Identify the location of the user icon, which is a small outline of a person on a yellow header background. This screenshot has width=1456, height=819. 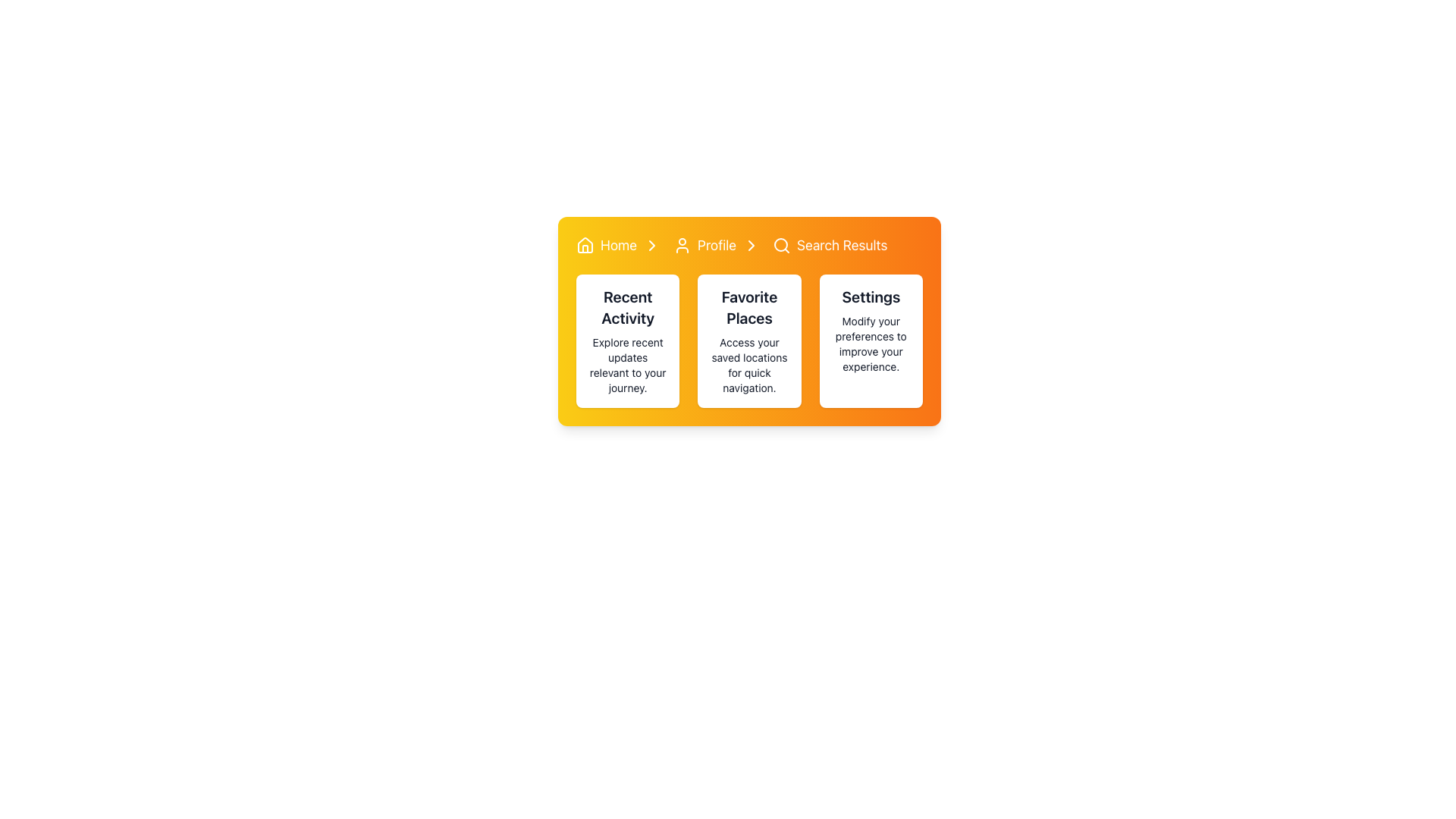
(682, 245).